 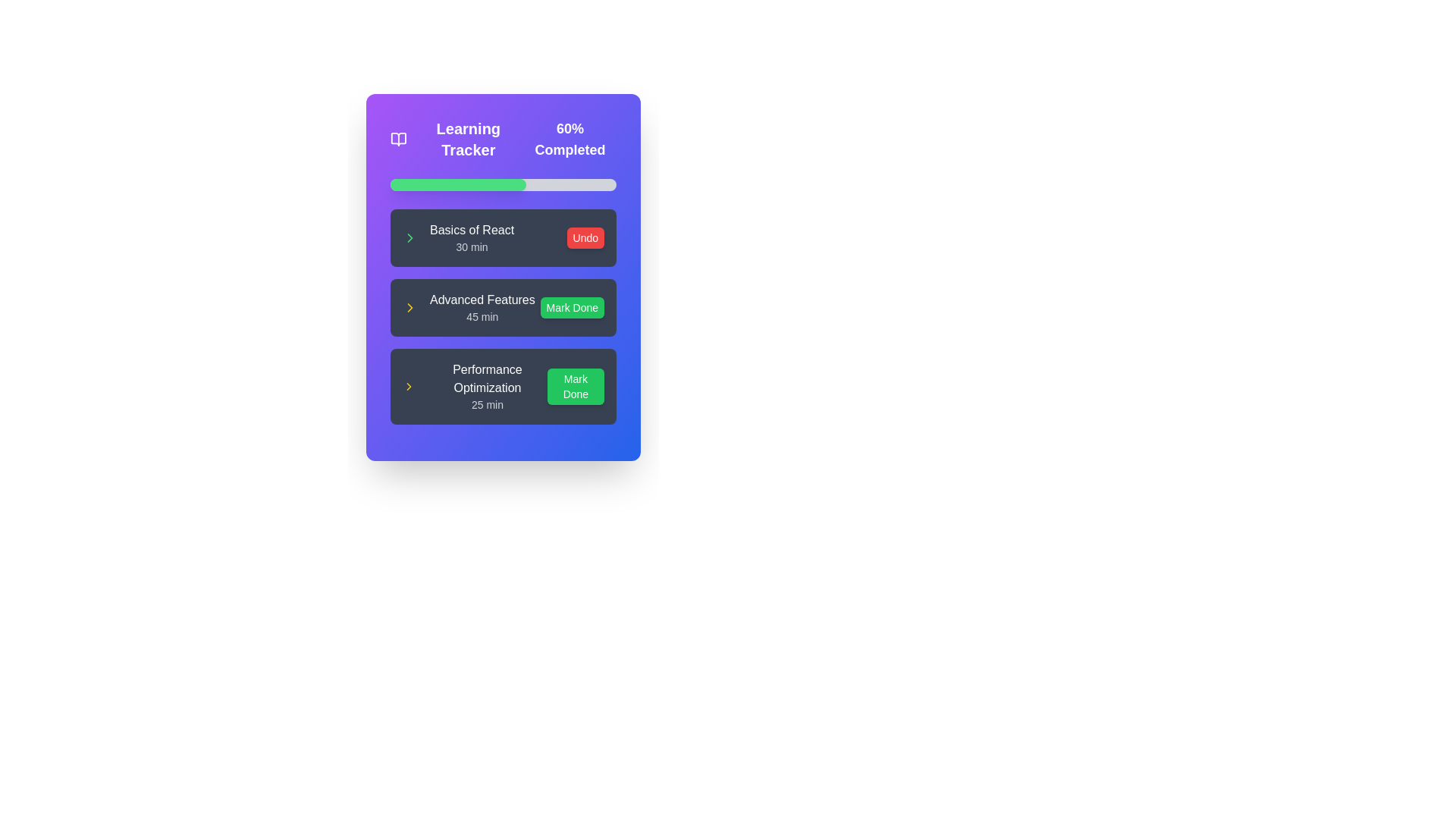 I want to click on the Text Display and Icon Group featuring 'Basics of React' in bold and '30 min' beneath it, alongside a green chevron icon, so click(x=457, y=237).